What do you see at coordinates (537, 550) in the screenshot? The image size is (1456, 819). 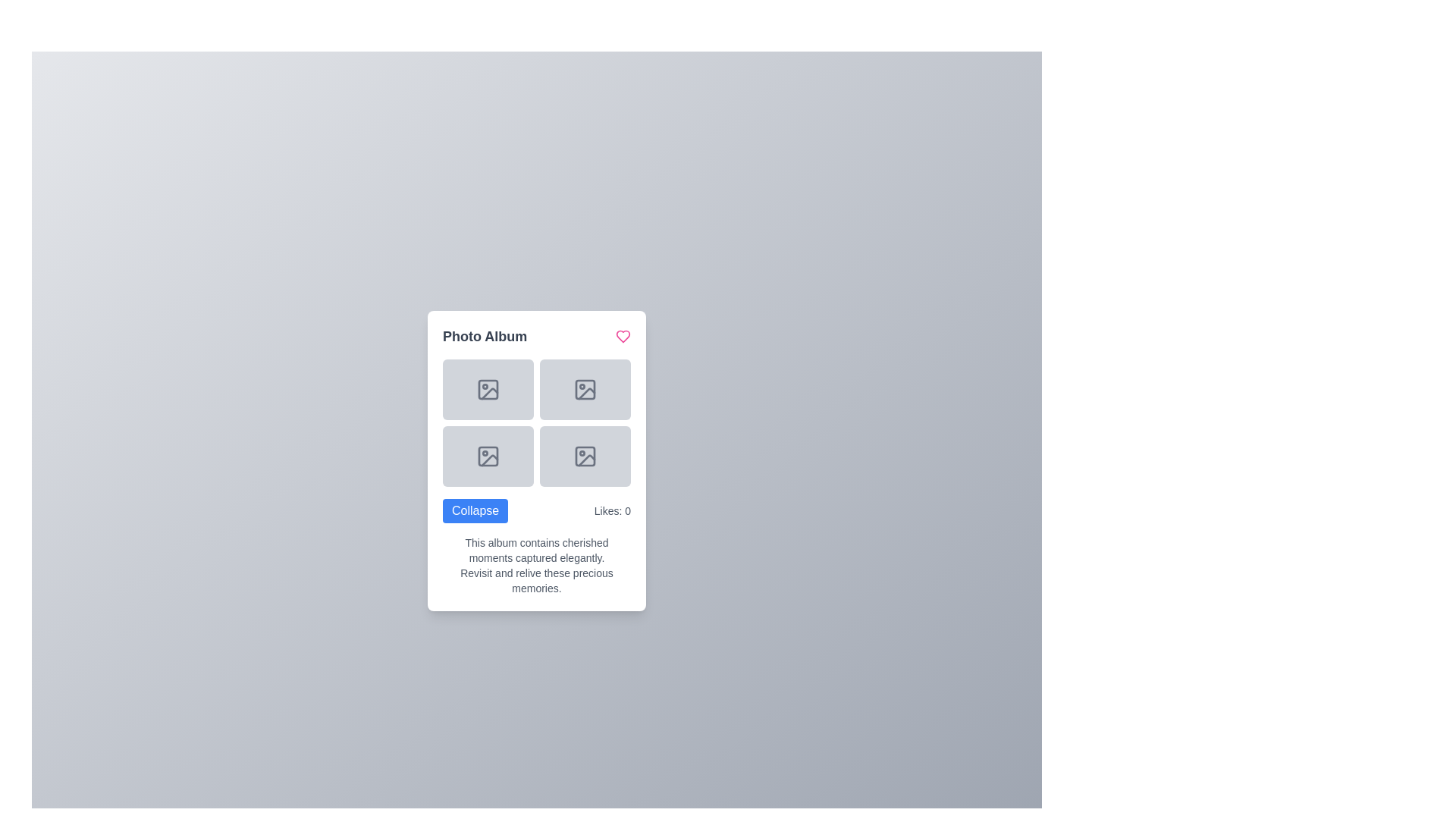 I see `descriptive text provided in the static text block located at the bottom part of the card UI, which highlights the album's emotional and aesthetic significance` at bounding box center [537, 550].